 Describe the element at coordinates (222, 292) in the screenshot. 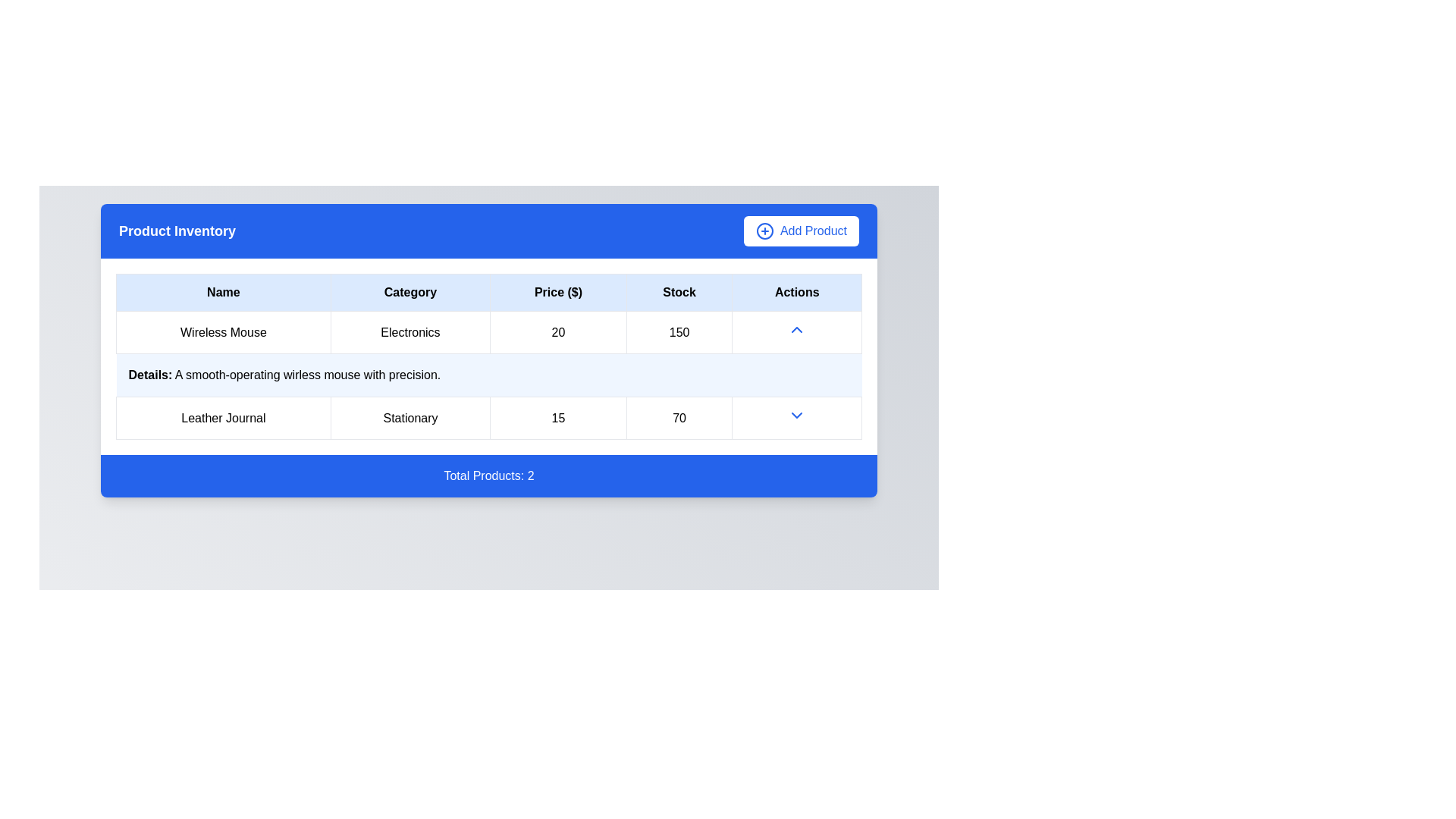

I see `the Table header cell that indicates the product names in the first column of the table under the 'Product Inventory' section` at that location.